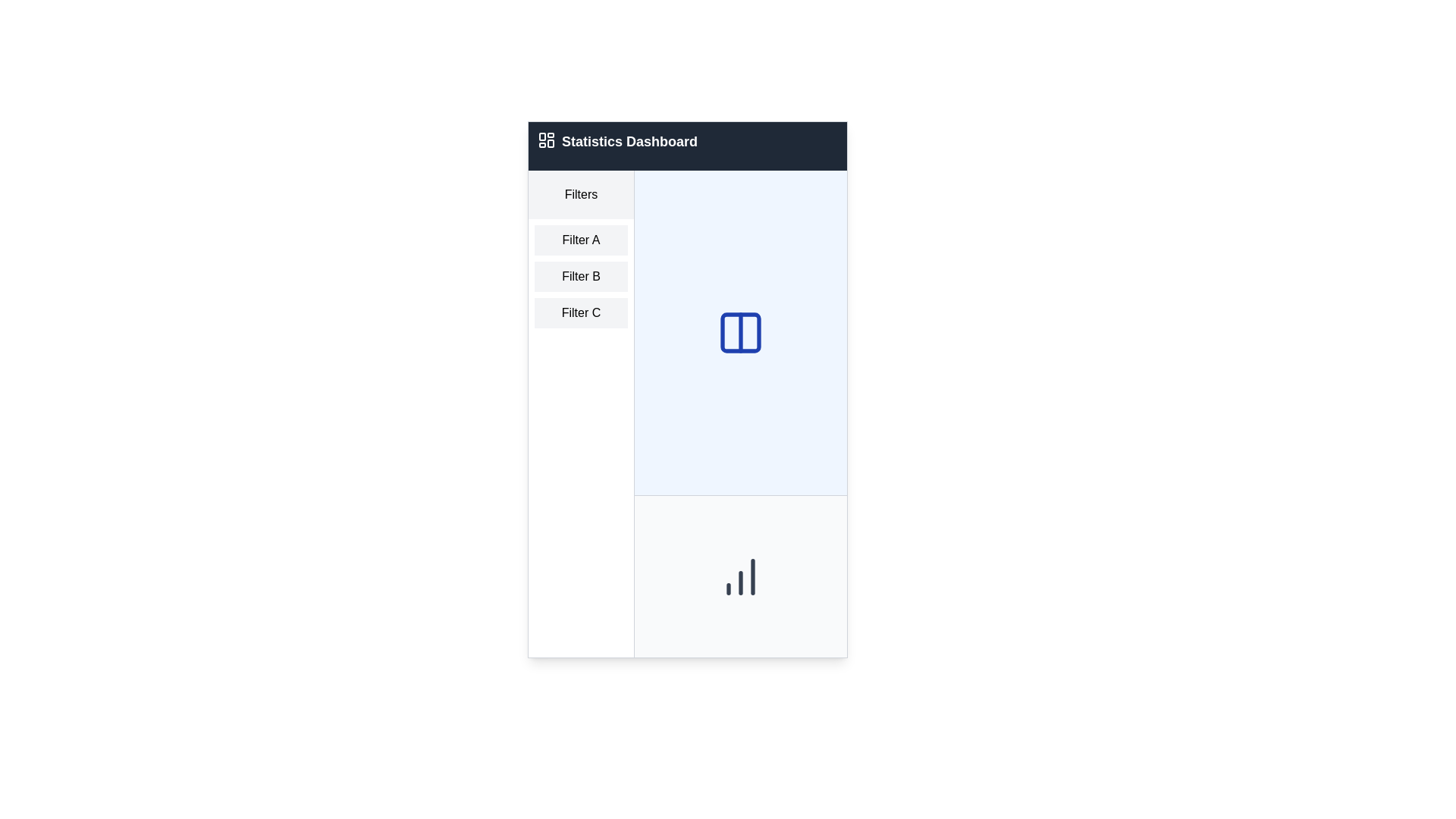  What do you see at coordinates (550, 143) in the screenshot?
I see `the visual state of the navigational icon located in the bottom-right quadrant of the 2x2 grid icon in the top-left corner of the header bar` at bounding box center [550, 143].